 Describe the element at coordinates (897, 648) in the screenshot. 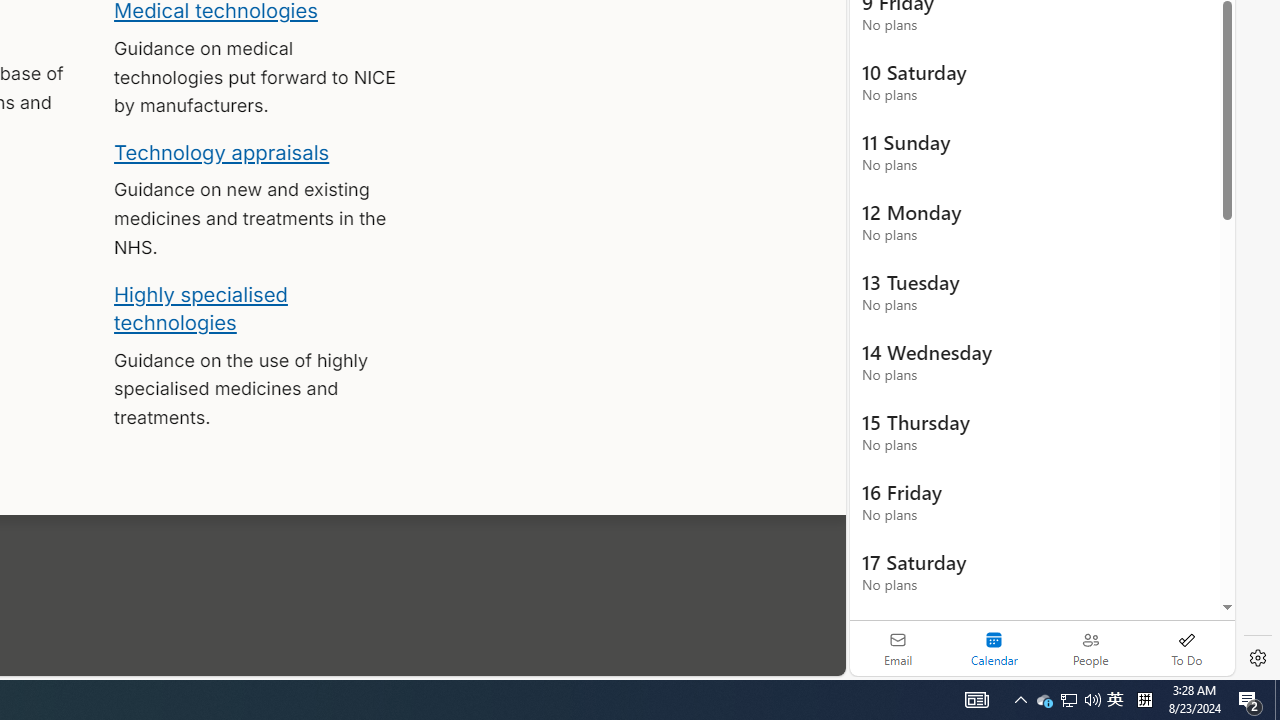

I see `'Email'` at that location.